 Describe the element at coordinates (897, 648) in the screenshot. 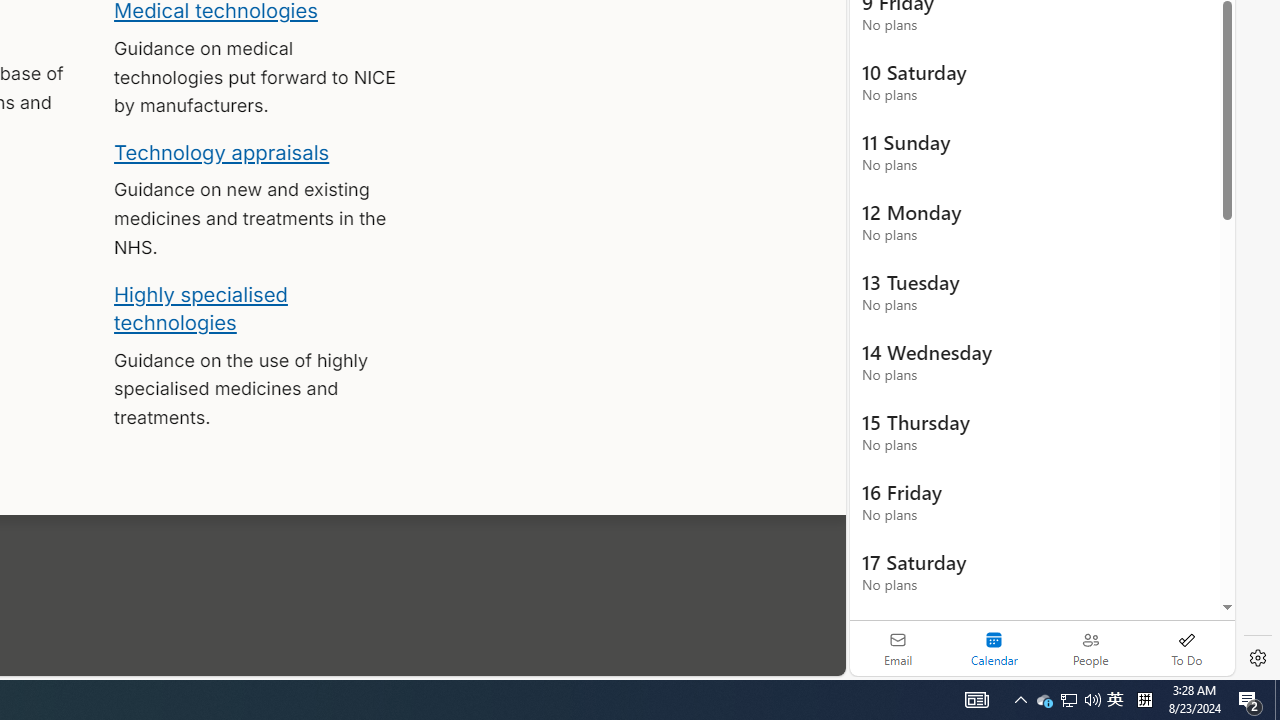

I see `'Email'` at that location.